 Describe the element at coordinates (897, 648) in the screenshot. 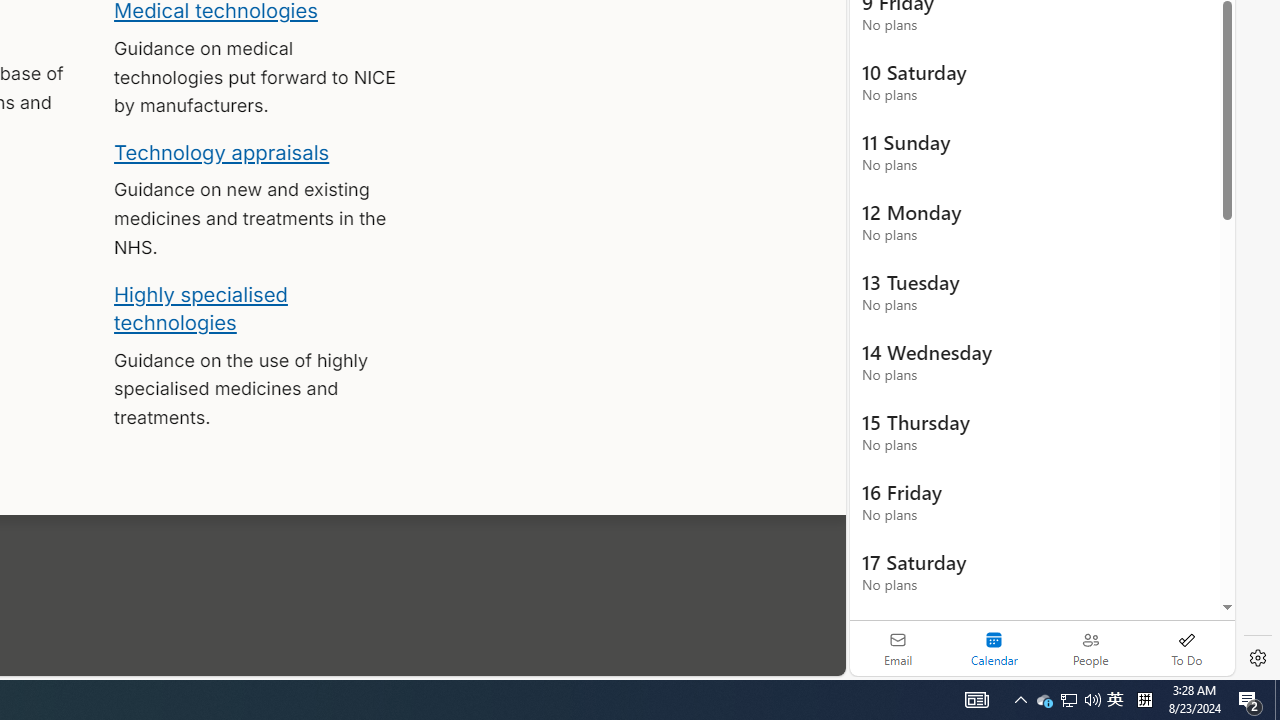

I see `'Email'` at that location.